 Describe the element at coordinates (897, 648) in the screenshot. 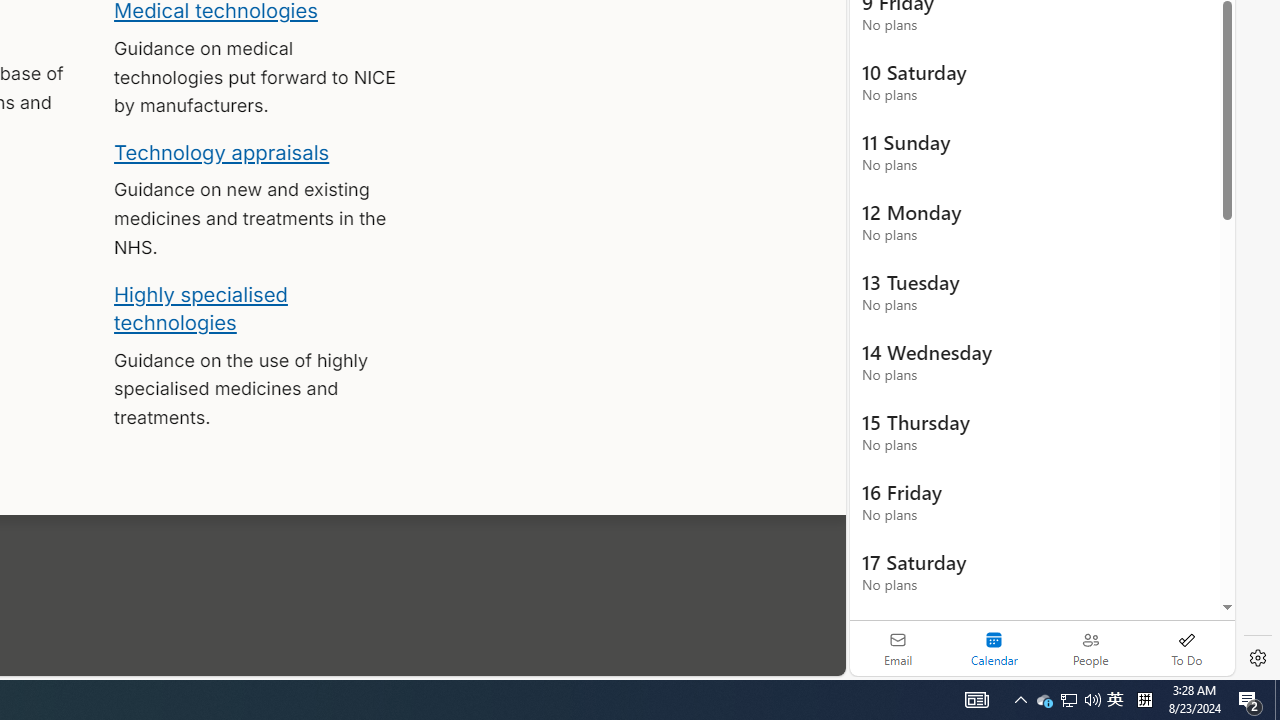

I see `'Email'` at that location.